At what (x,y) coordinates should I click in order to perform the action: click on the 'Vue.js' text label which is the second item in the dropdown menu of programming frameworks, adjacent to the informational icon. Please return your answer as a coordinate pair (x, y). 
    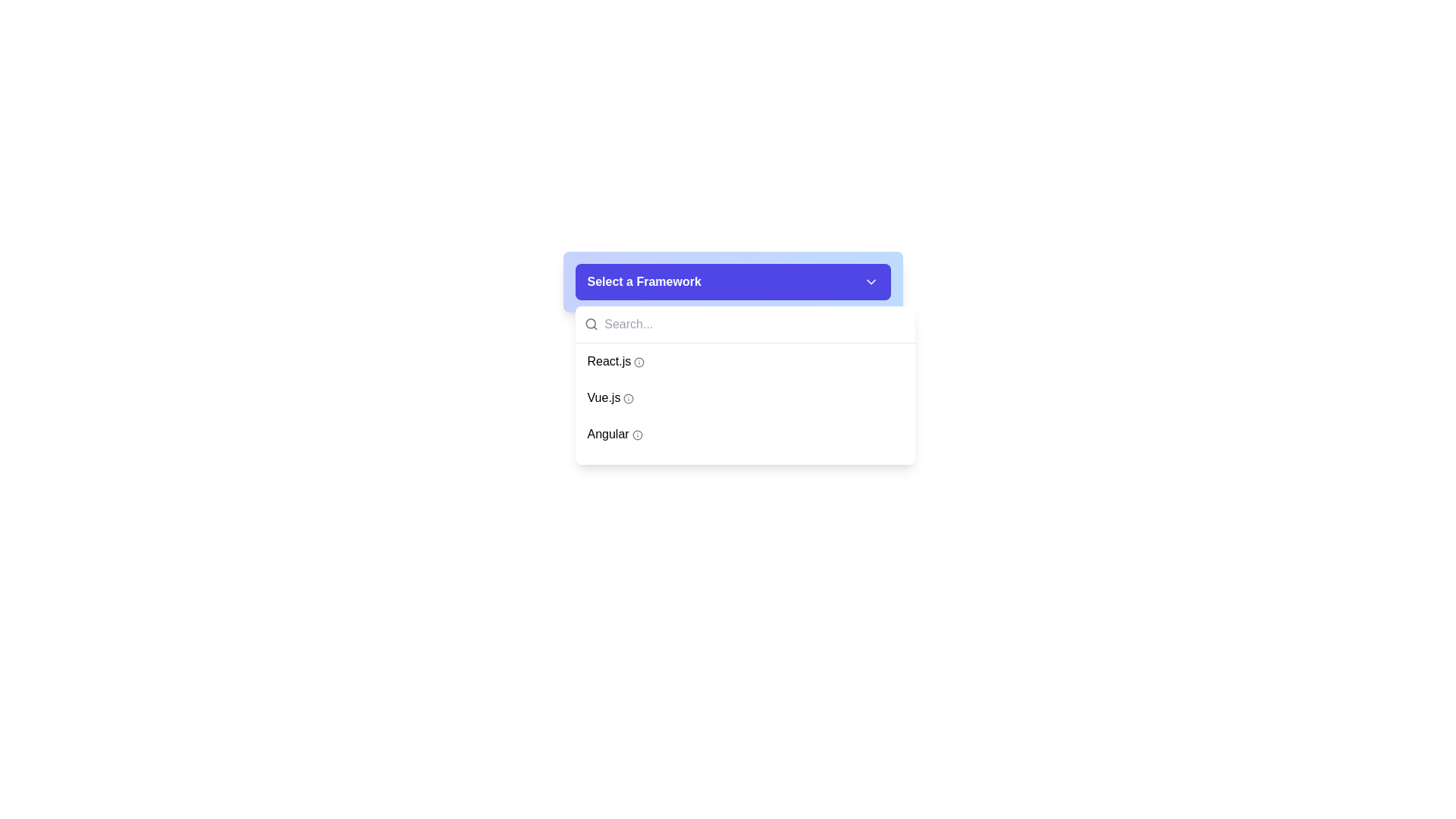
    Looking at the image, I should click on (610, 397).